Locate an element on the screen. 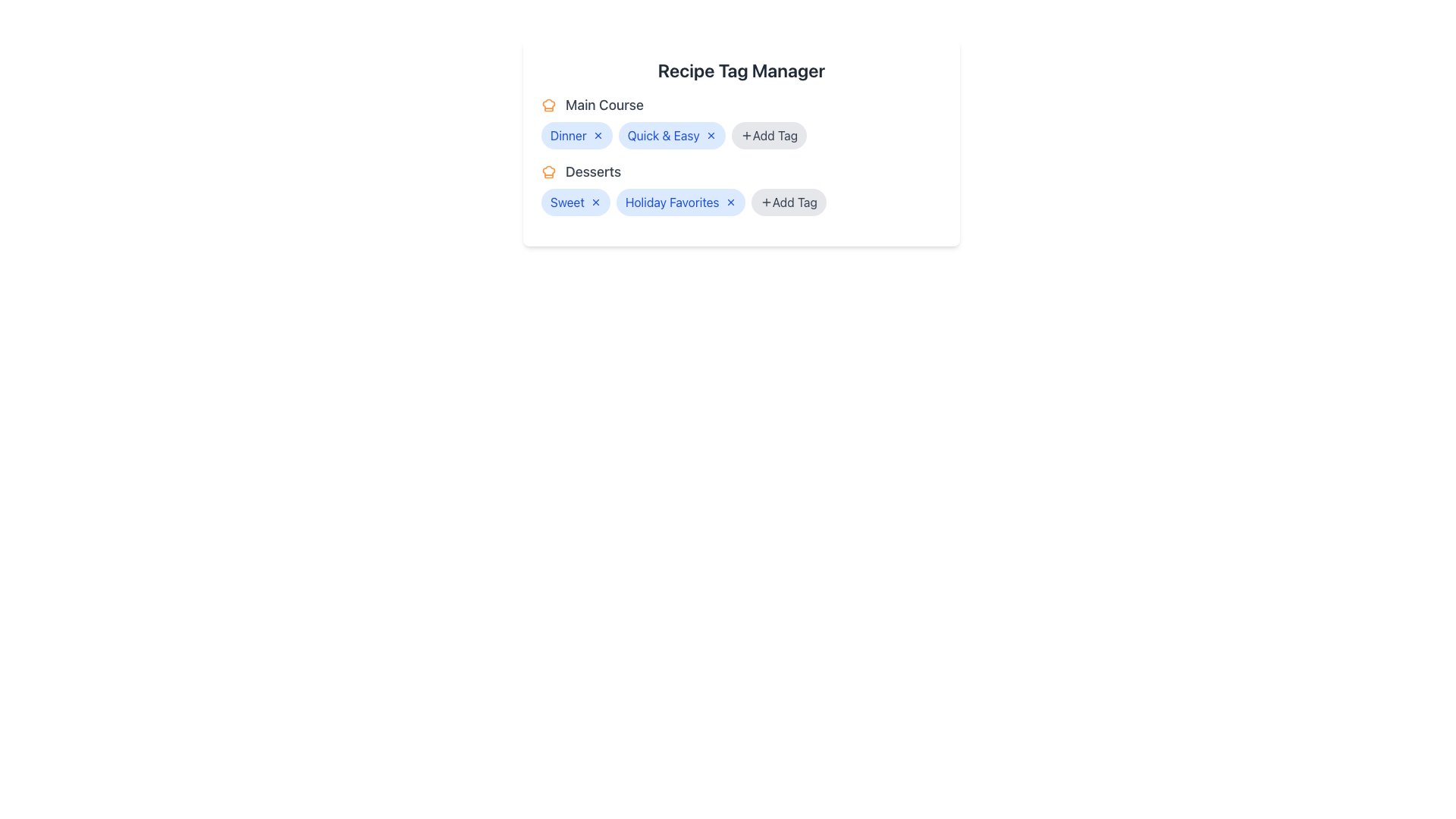  the icon within the second 'Add Tag' button located in the 'Desserts' section is located at coordinates (766, 201).